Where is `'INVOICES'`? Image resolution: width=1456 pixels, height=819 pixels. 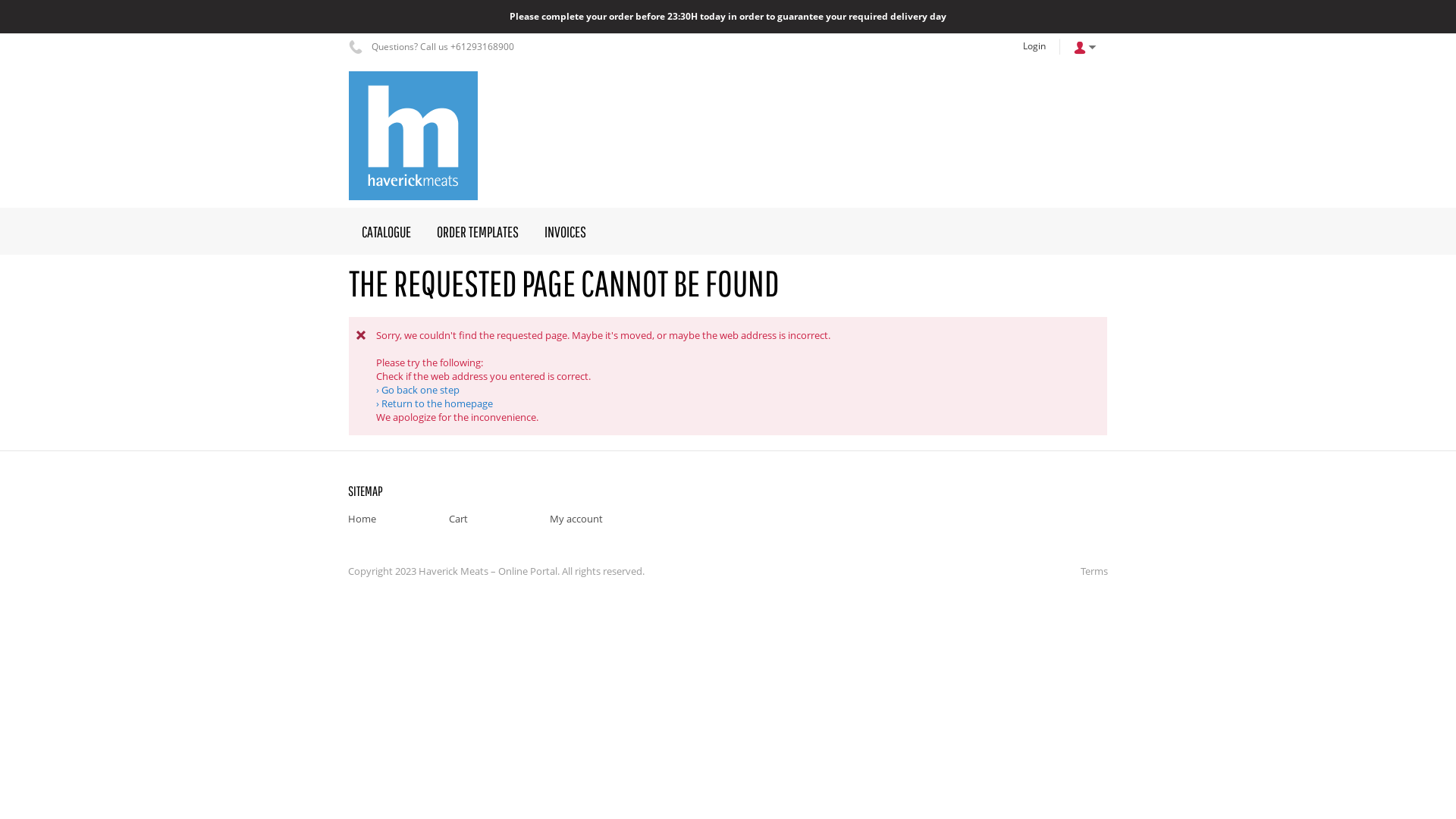 'INVOICES' is located at coordinates (564, 231).